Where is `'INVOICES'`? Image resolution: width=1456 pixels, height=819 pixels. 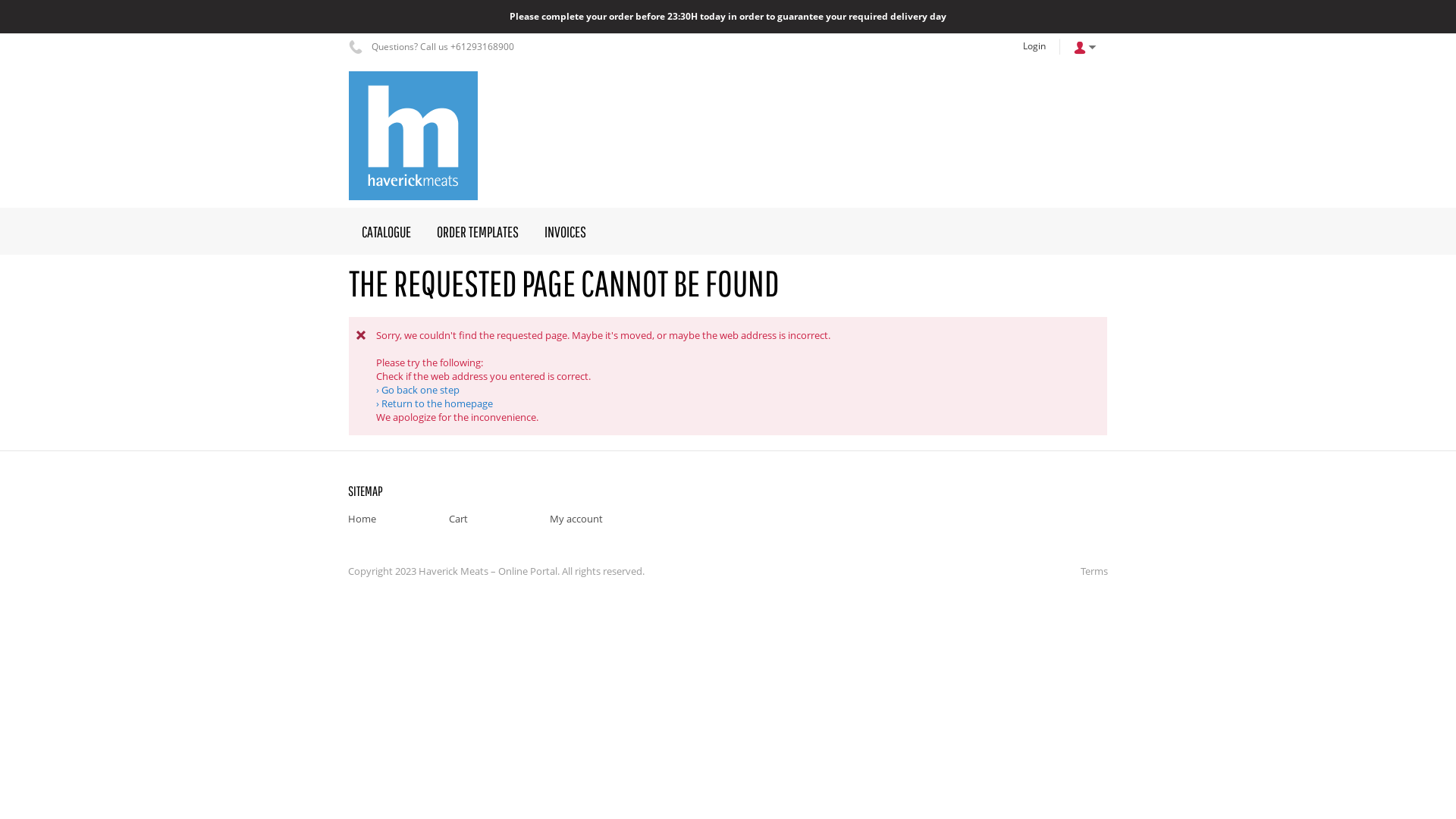 'INVOICES' is located at coordinates (564, 231).